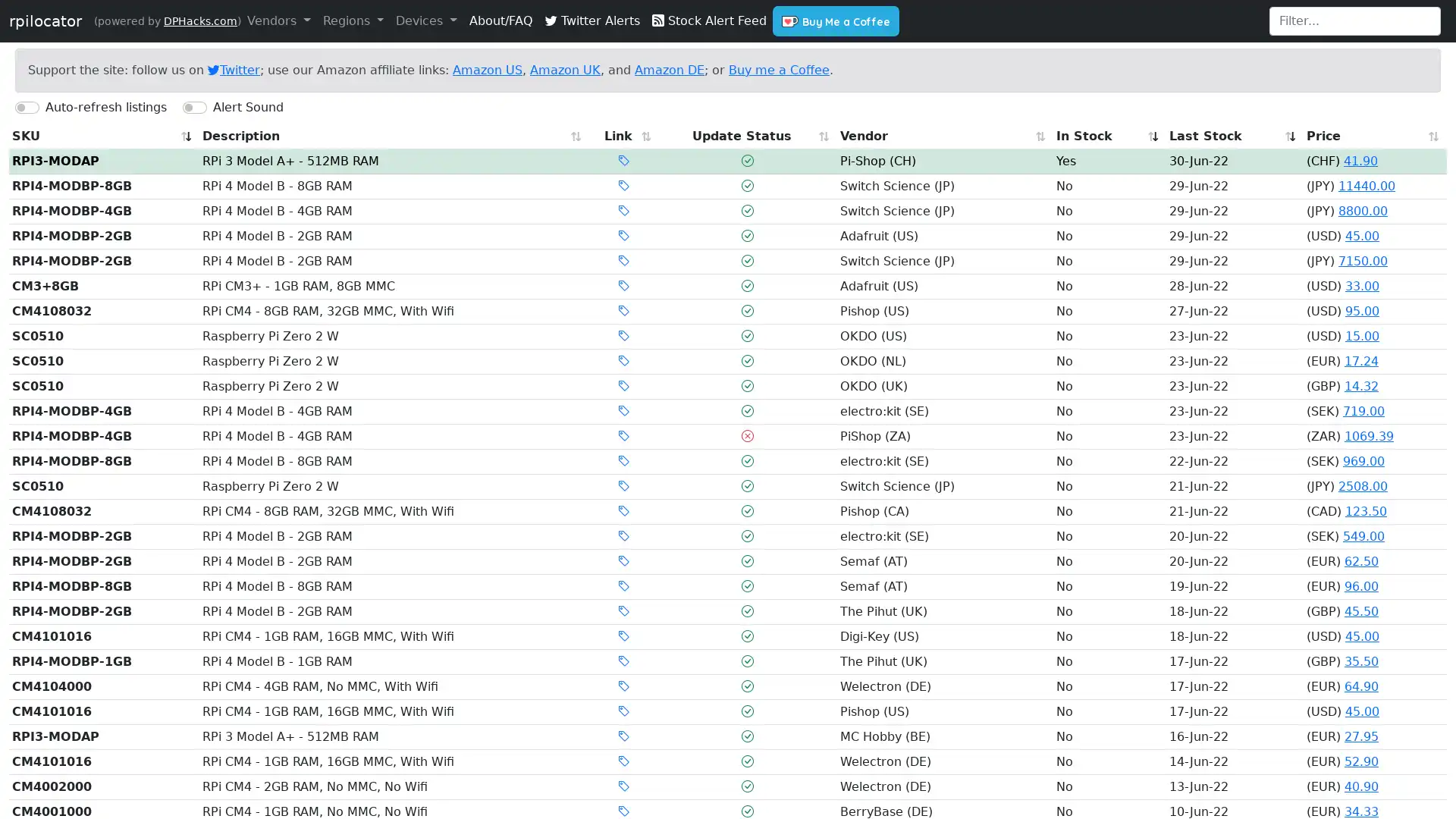  Describe the element at coordinates (425, 20) in the screenshot. I see `Devices` at that location.